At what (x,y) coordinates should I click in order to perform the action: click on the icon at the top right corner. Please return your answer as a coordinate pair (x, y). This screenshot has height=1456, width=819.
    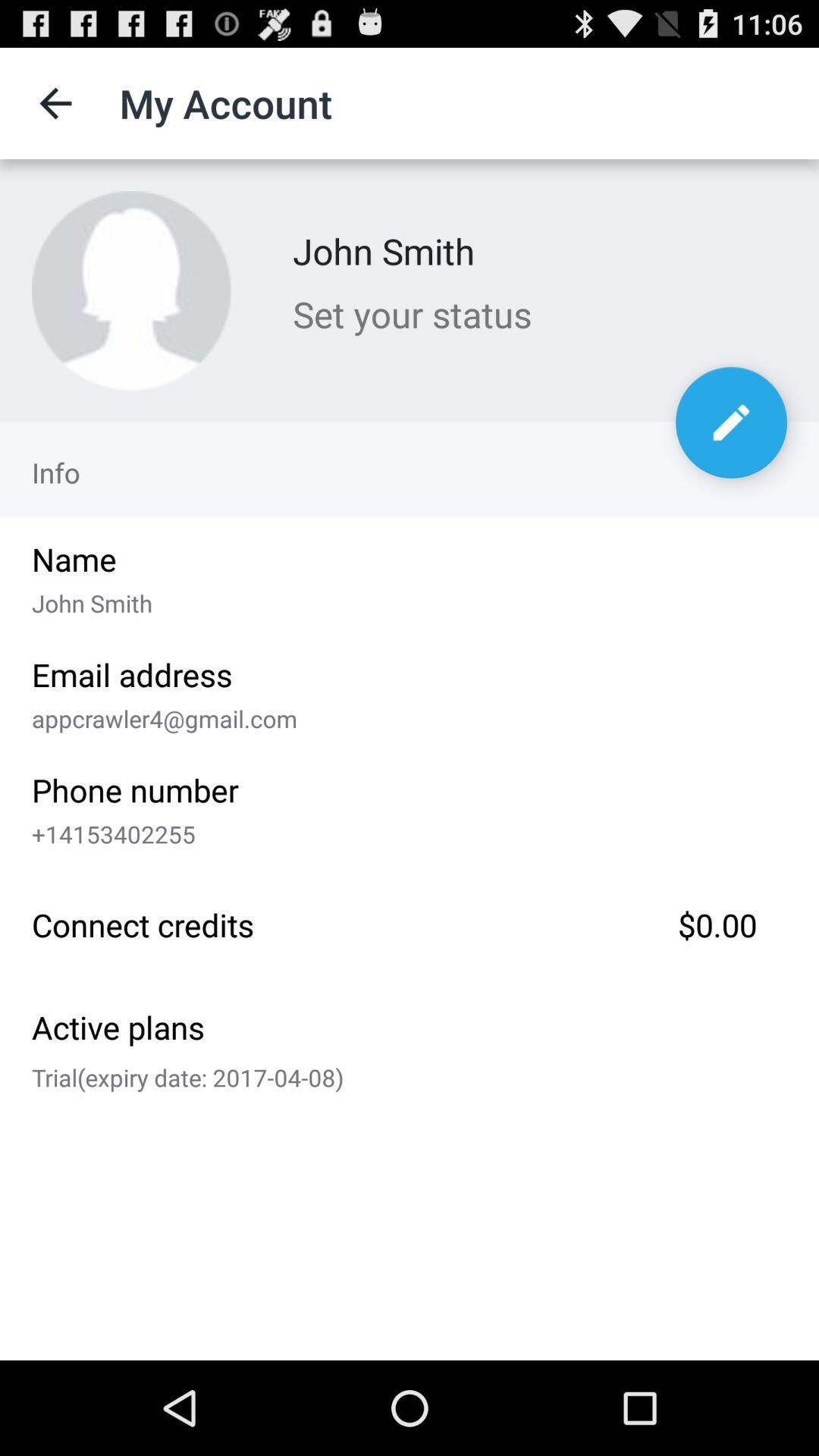
    Looking at the image, I should click on (730, 422).